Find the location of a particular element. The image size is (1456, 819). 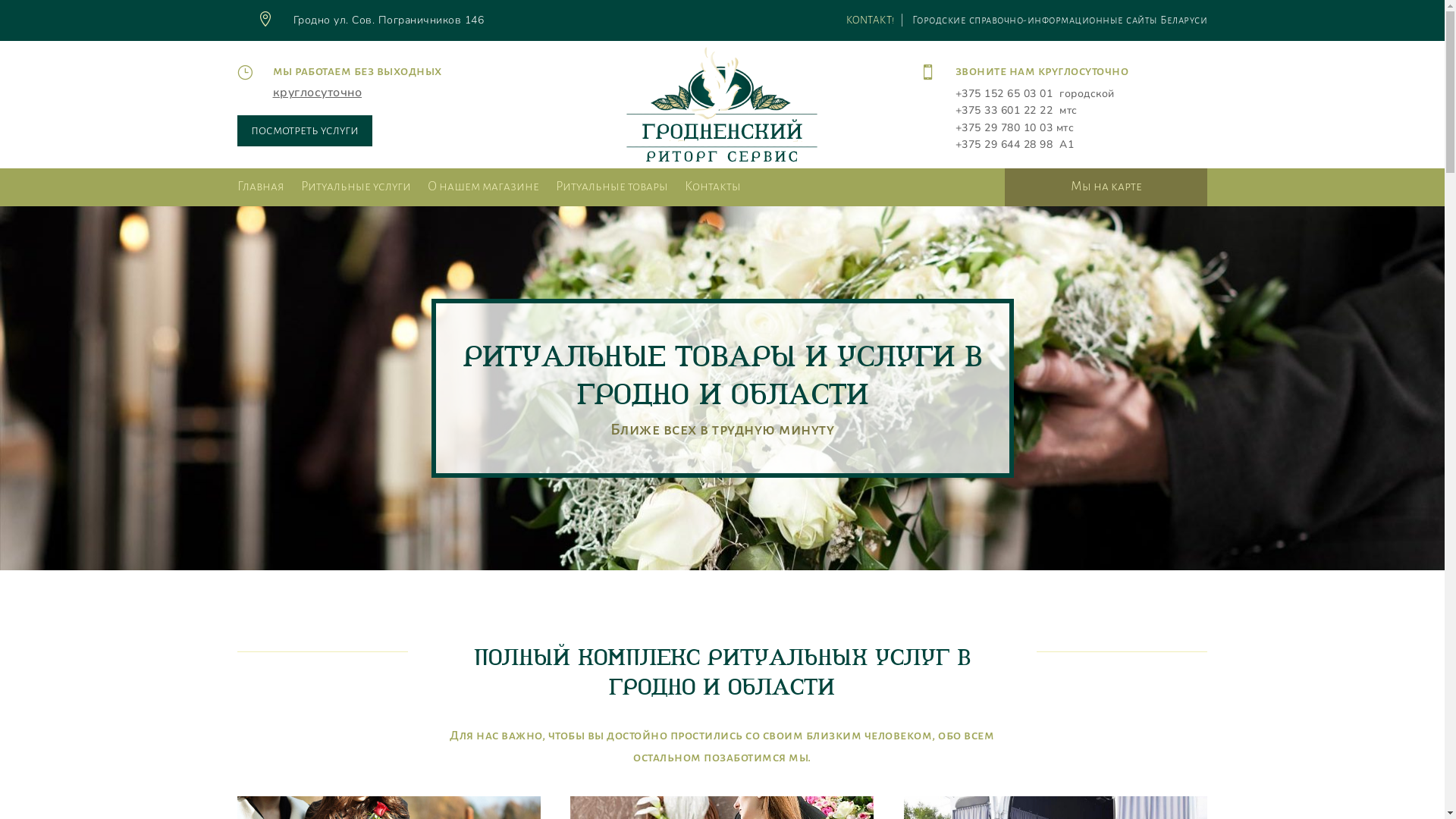

'KONTAKT!' is located at coordinates (870, 20).